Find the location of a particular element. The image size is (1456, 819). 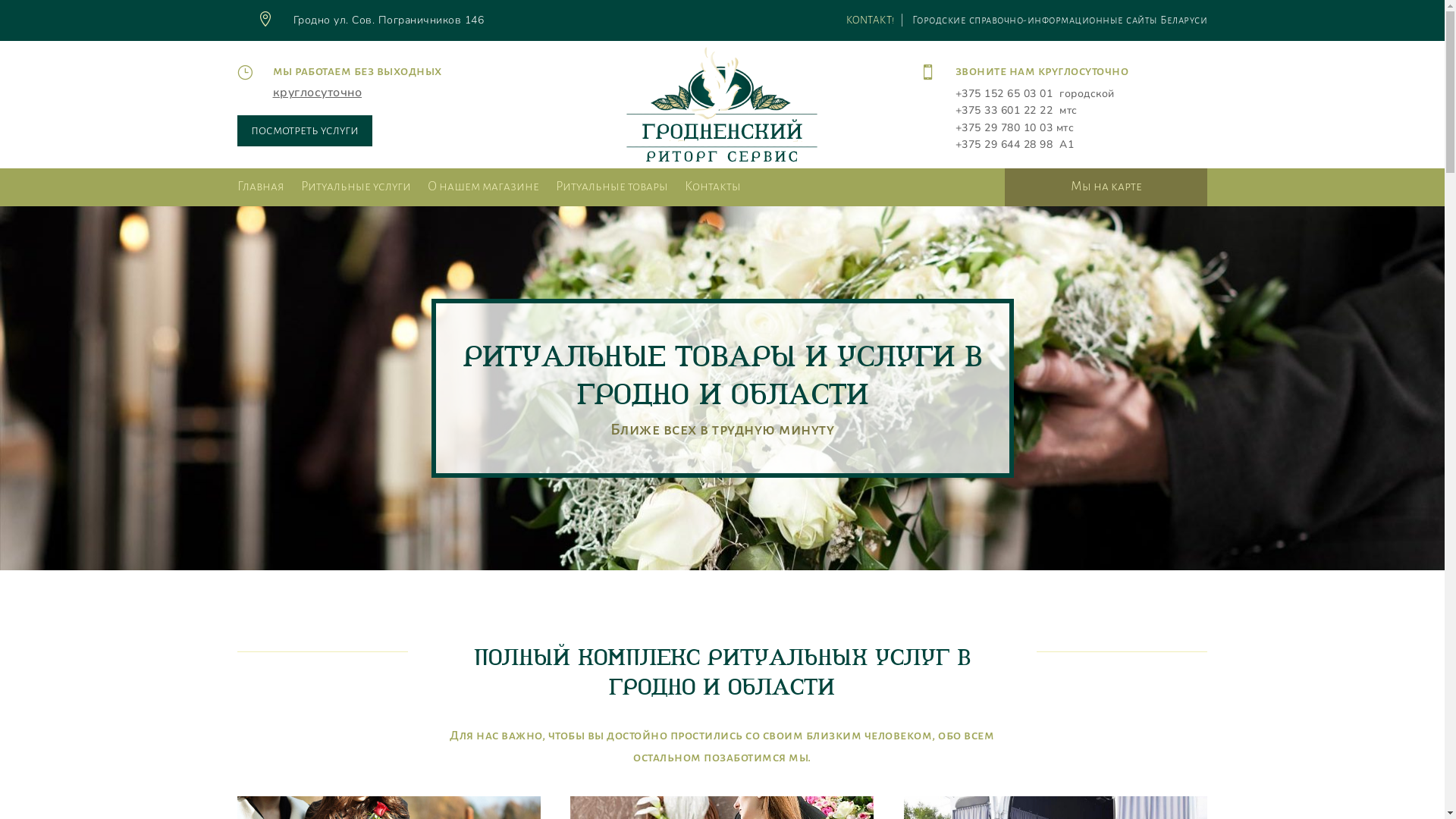

'KONTAKT!' is located at coordinates (870, 20).